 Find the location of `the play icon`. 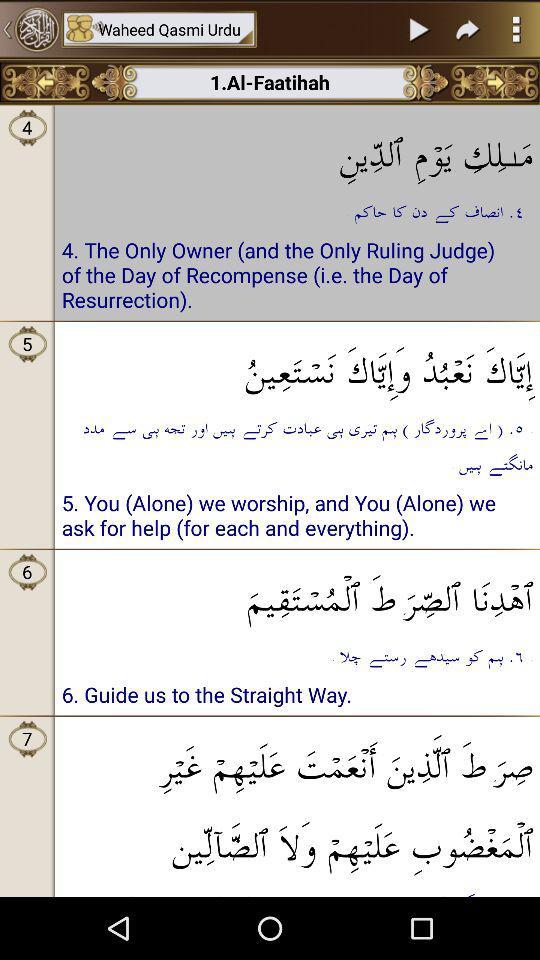

the play icon is located at coordinates (419, 30).